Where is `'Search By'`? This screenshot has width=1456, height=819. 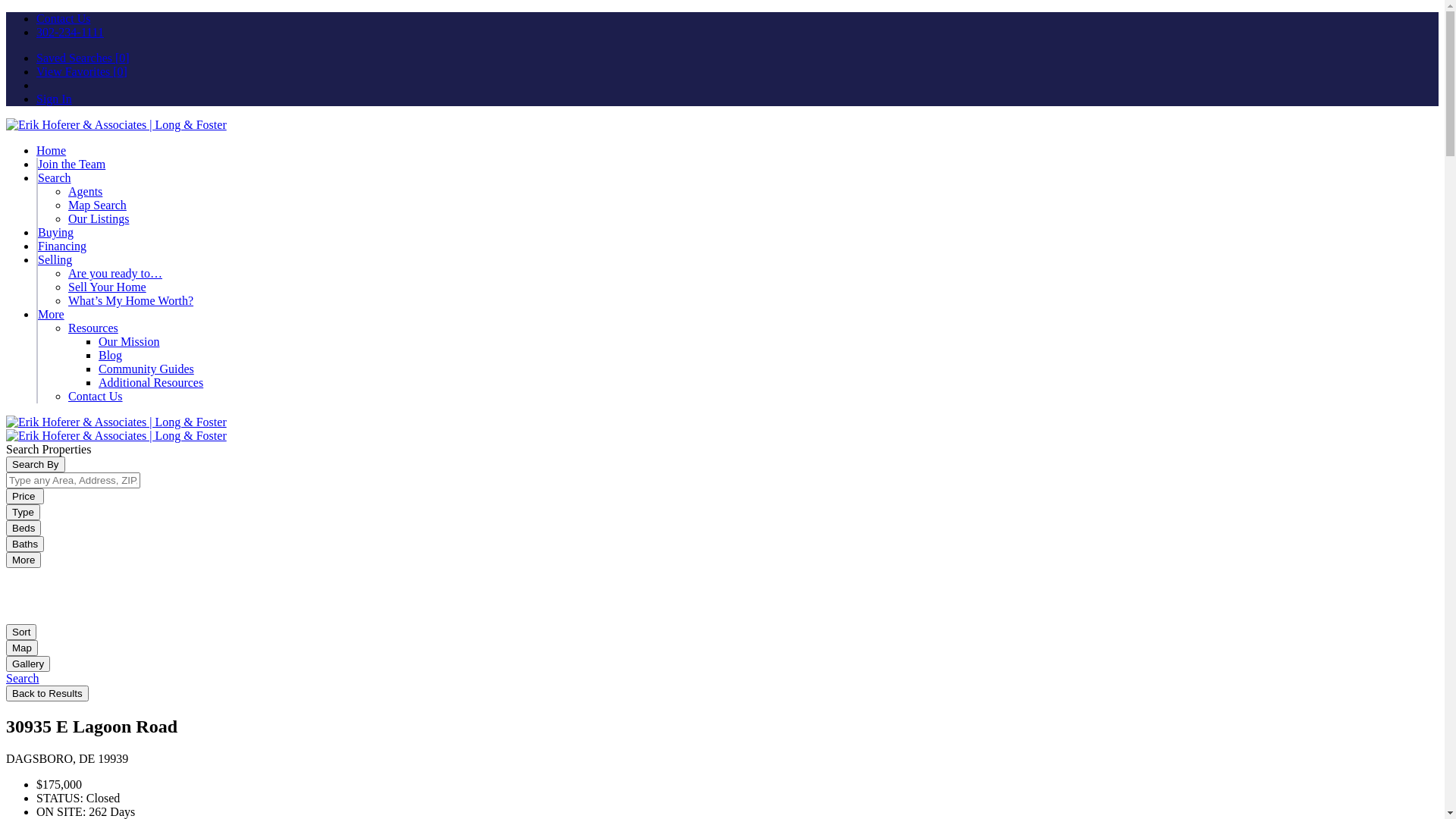 'Search By' is located at coordinates (36, 463).